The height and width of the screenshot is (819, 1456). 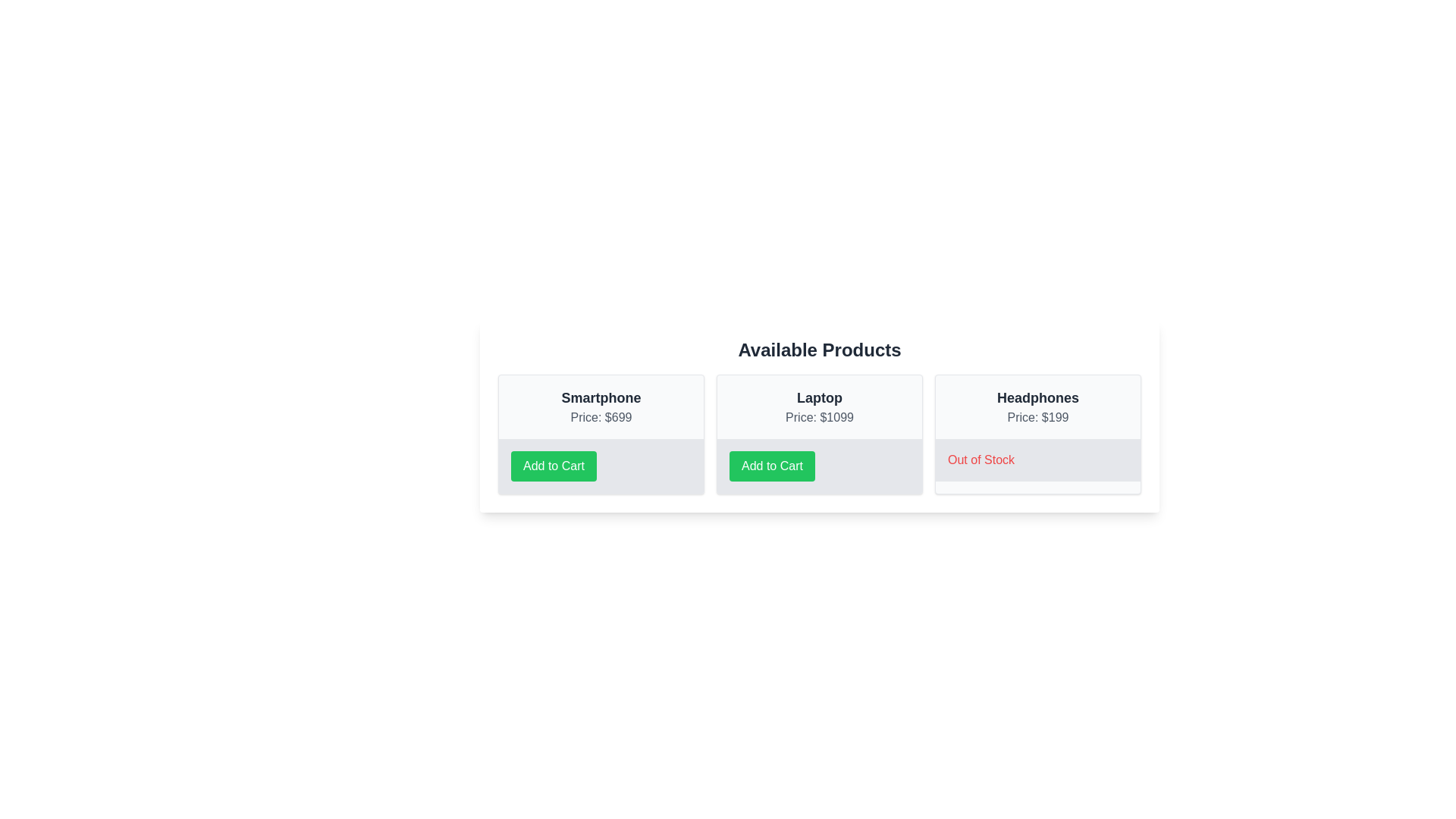 I want to click on product details displayed in the rightmost product card for 'Headphones', which includes the name in bold and the price '$199', so click(x=1037, y=406).